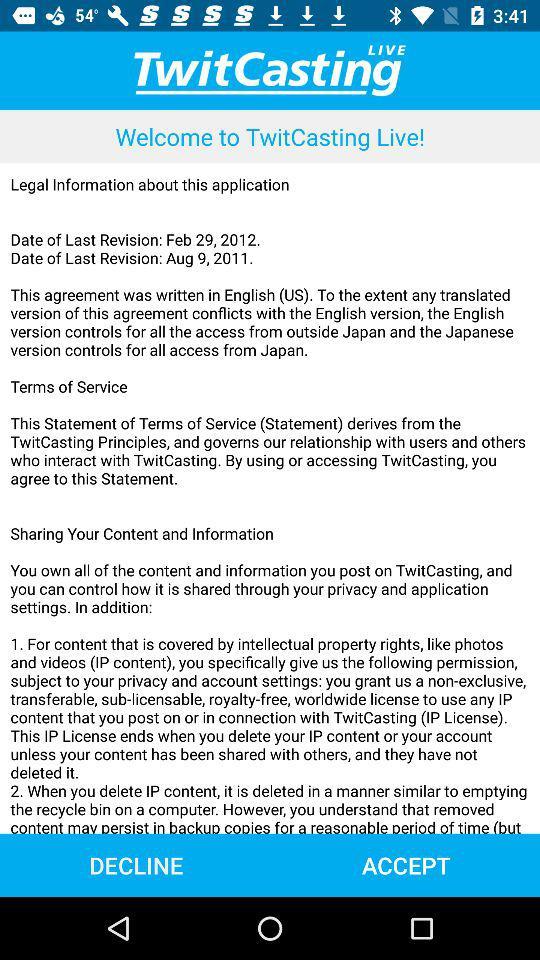 The height and width of the screenshot is (960, 540). What do you see at coordinates (135, 864) in the screenshot?
I see `item at the bottom left corner` at bounding box center [135, 864].